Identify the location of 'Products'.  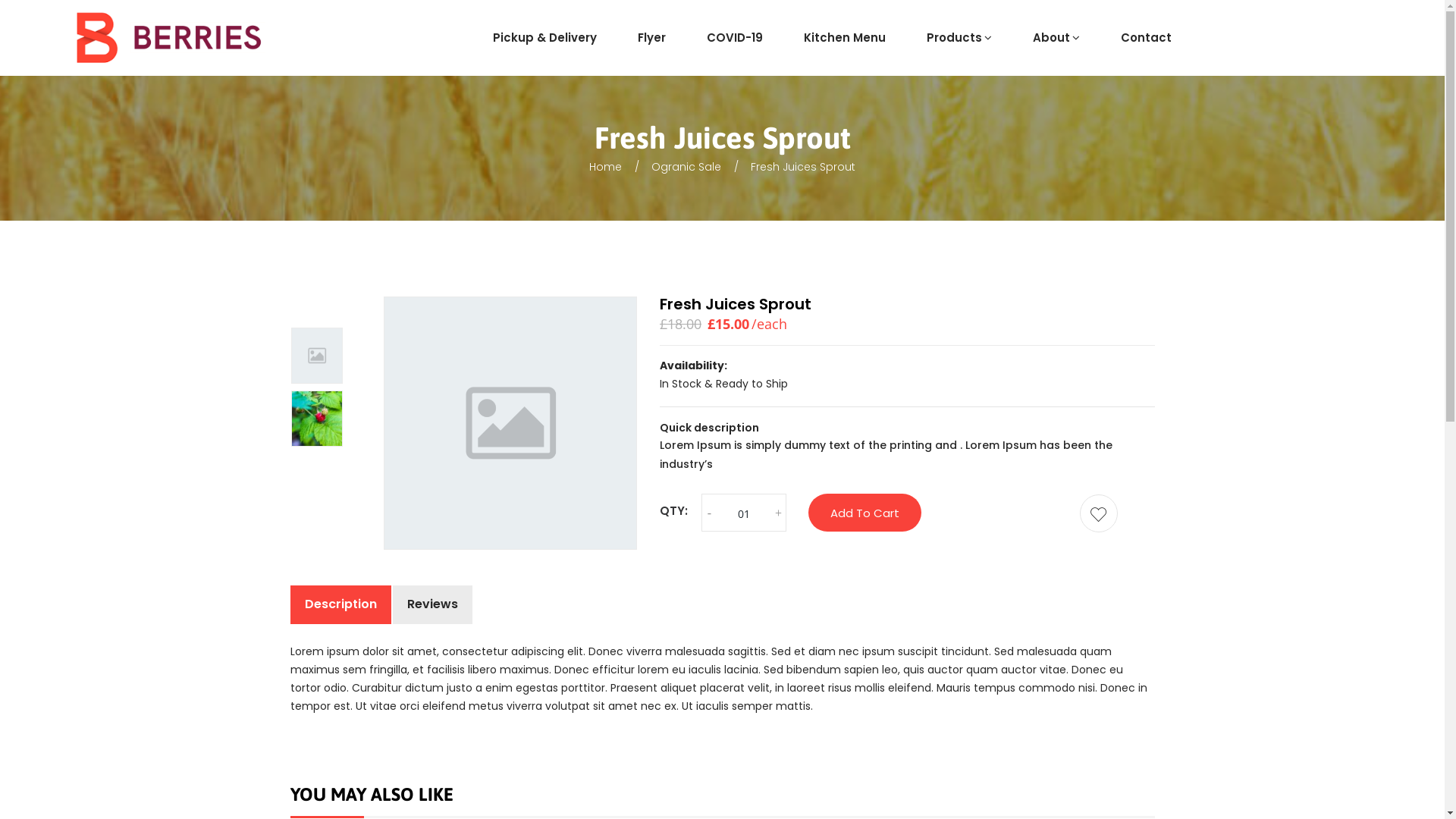
(959, 37).